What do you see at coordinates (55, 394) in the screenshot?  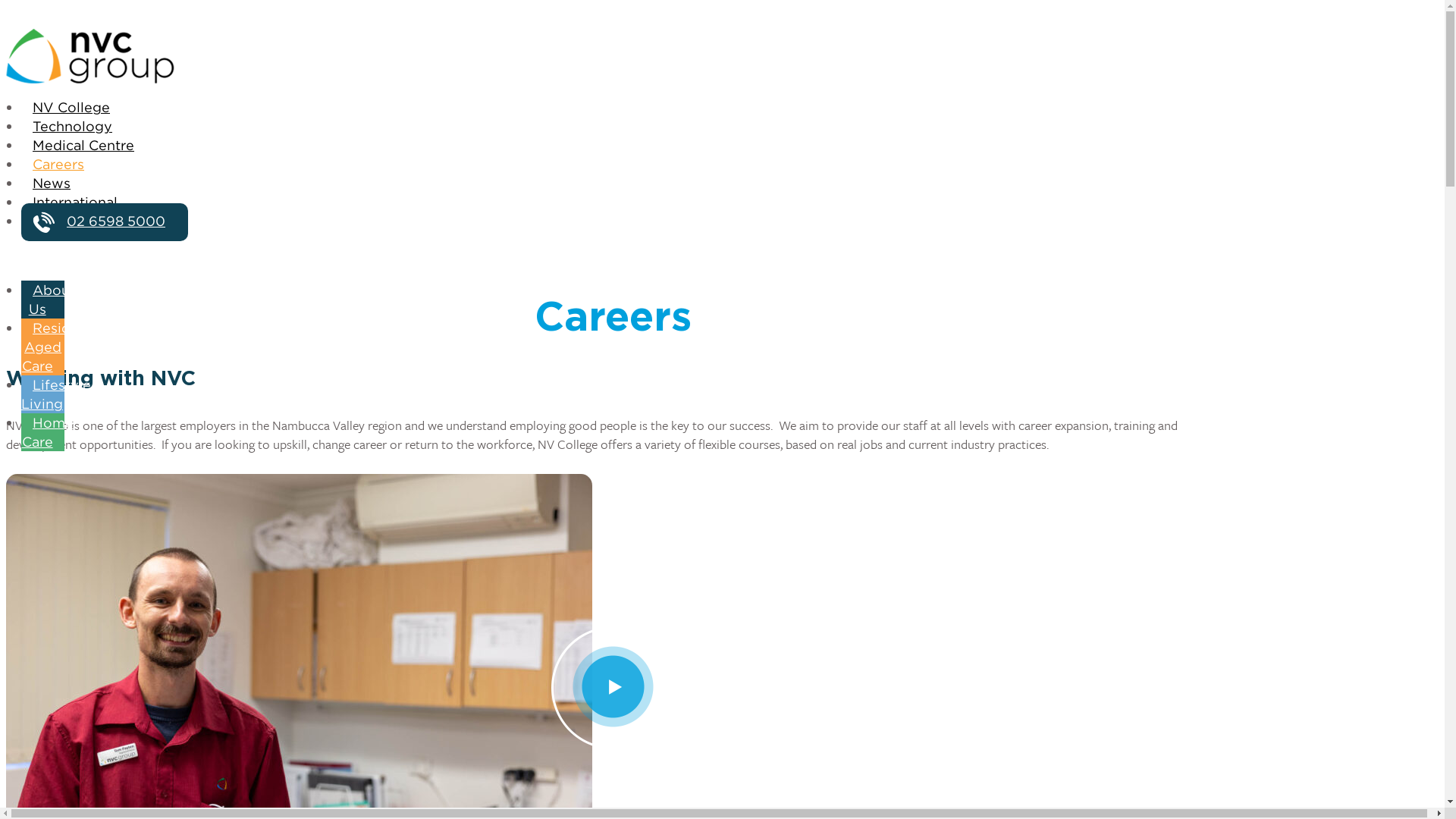 I see `'Lifestyle Living'` at bounding box center [55, 394].